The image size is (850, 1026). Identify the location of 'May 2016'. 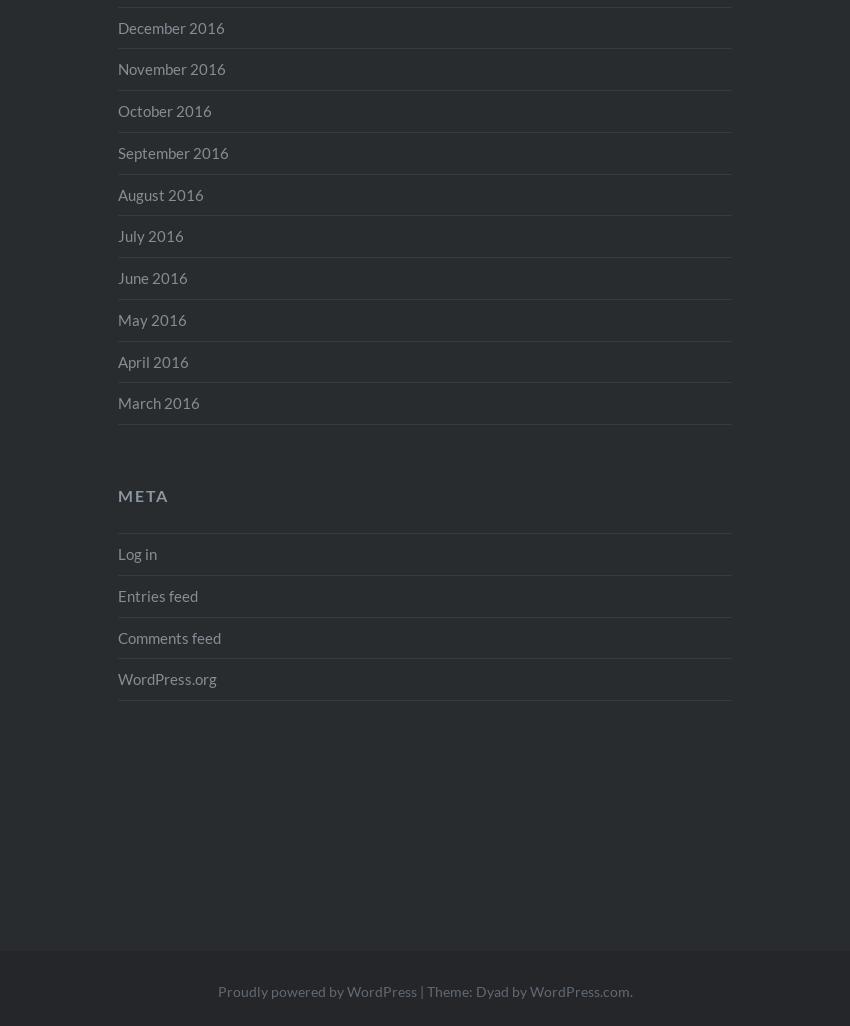
(152, 318).